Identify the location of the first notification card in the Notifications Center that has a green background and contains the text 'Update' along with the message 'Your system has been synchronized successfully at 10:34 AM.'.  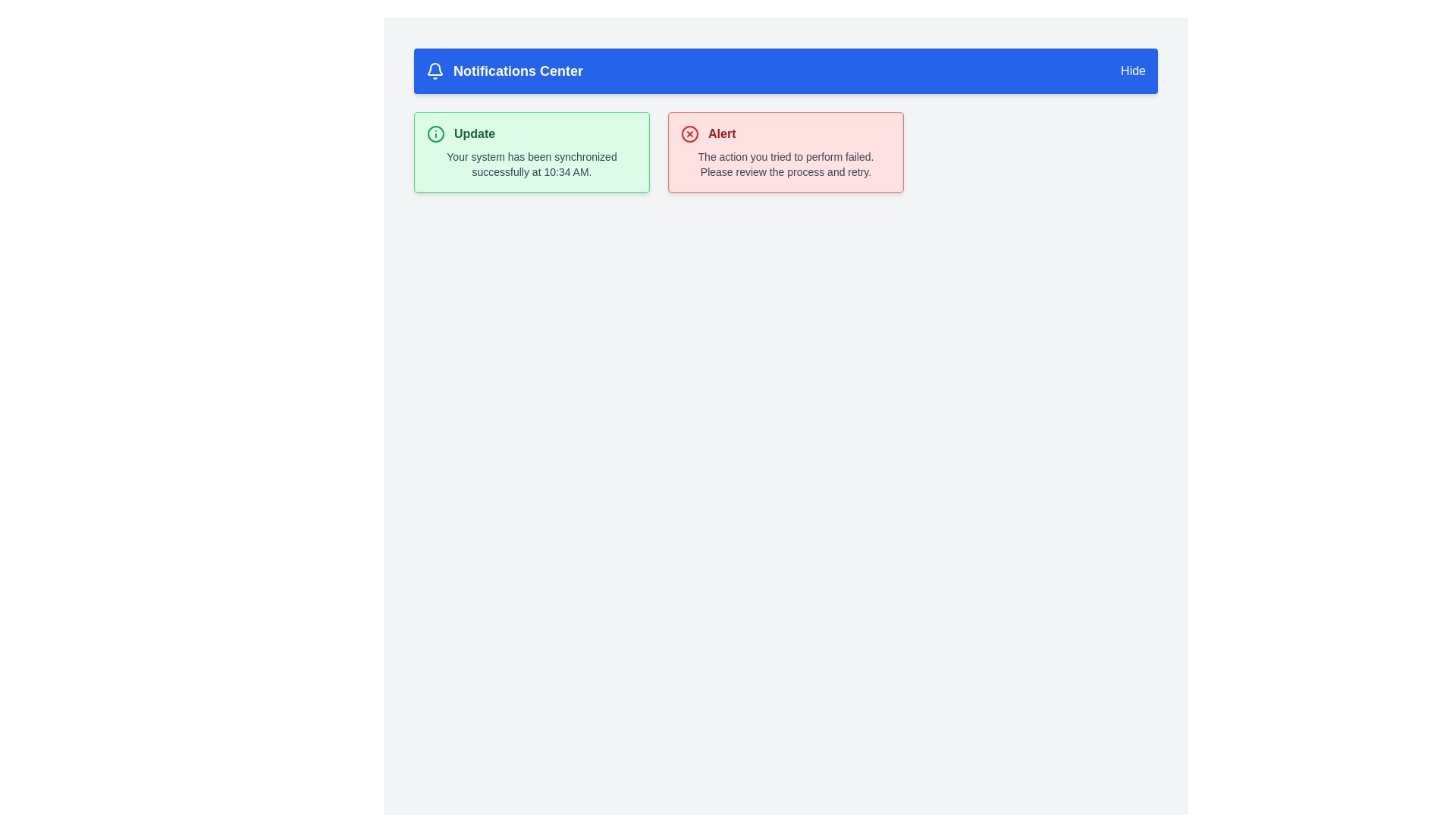
(532, 152).